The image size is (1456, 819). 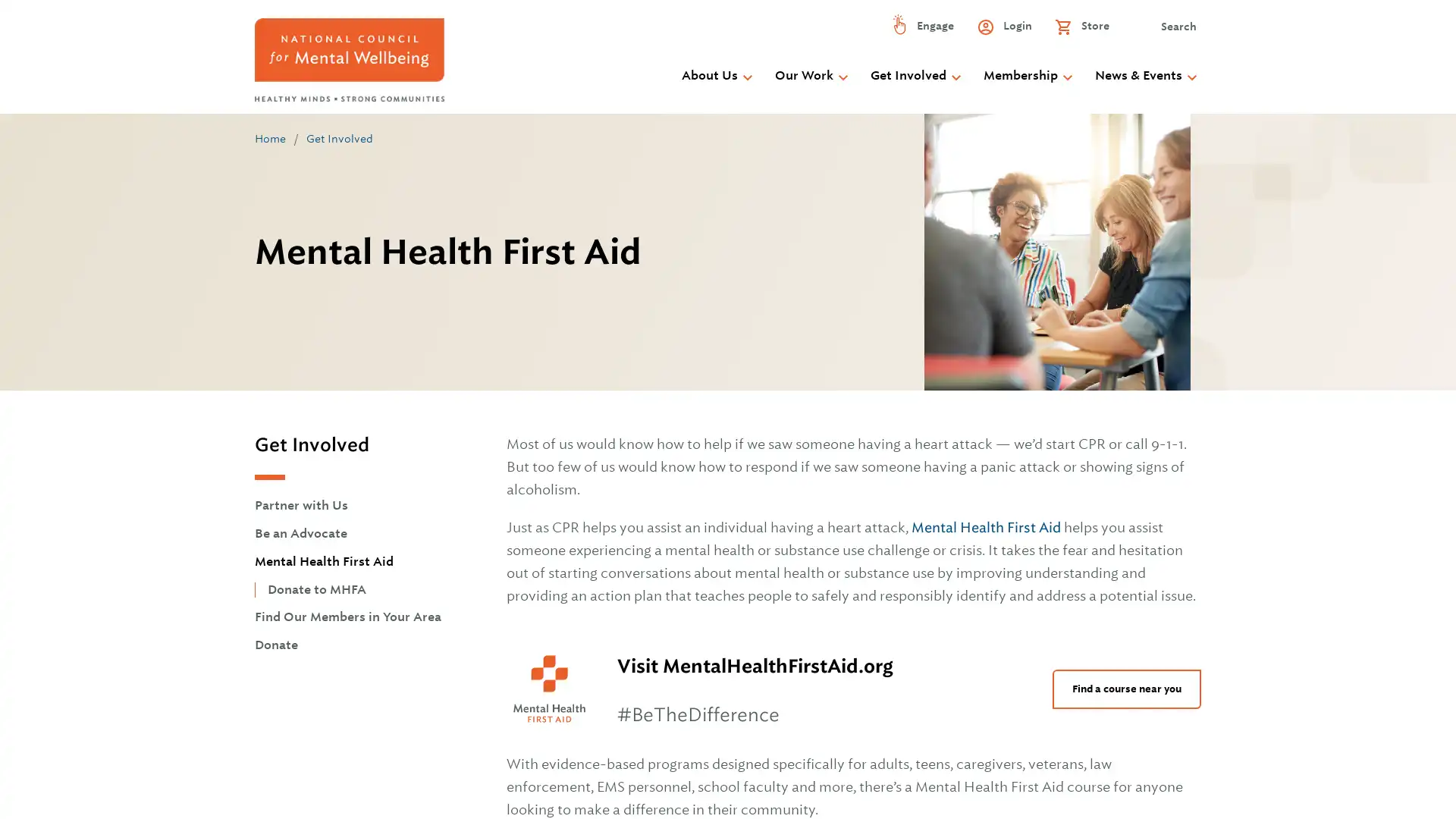 I want to click on Search, so click(x=1166, y=28).